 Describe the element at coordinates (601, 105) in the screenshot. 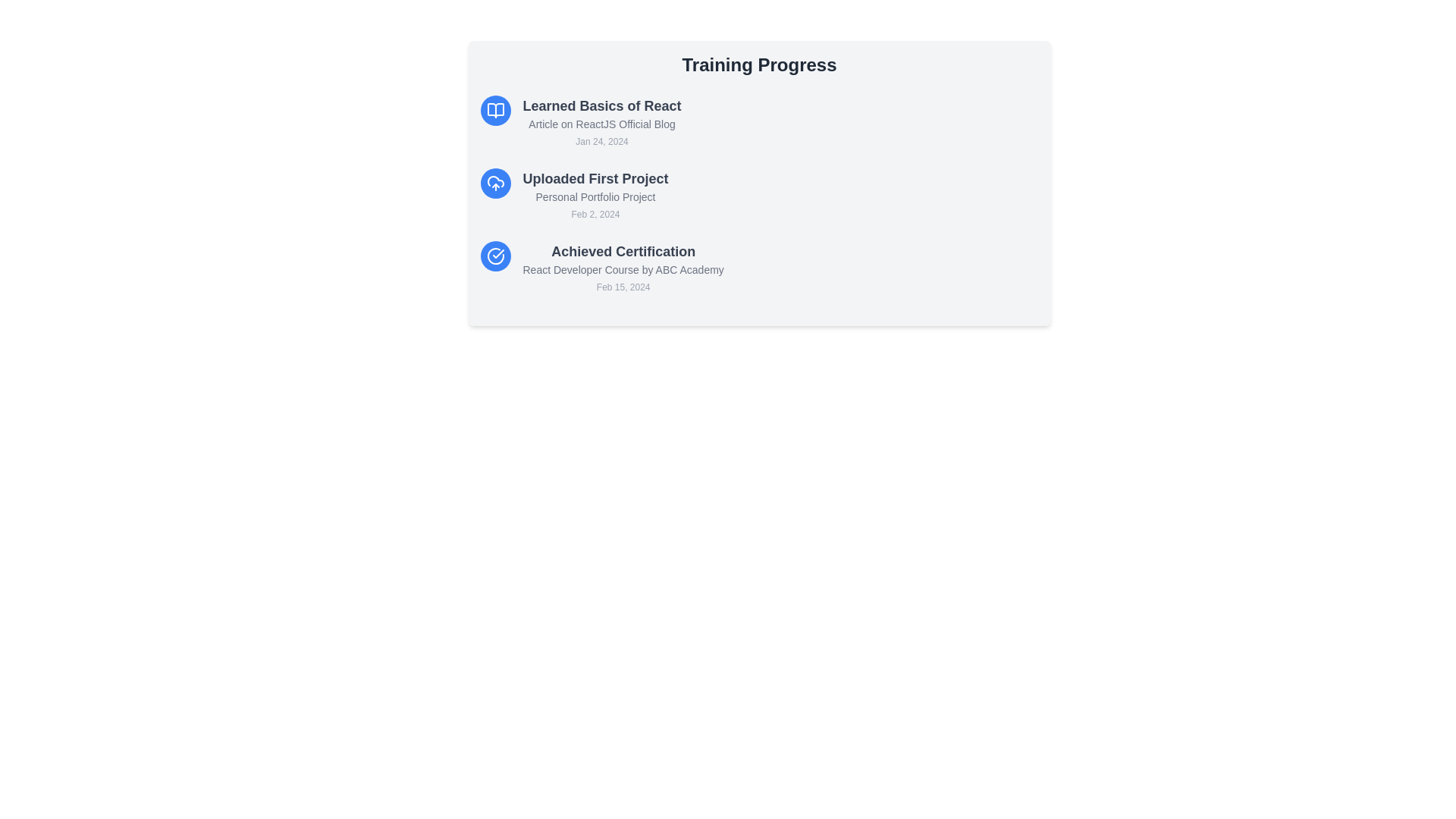

I see `the title or heading for a completed milestone in the training progress interface, located above the 'Article on ReactJS Official Blog' and the date 'Jan 24, 2024'` at that location.